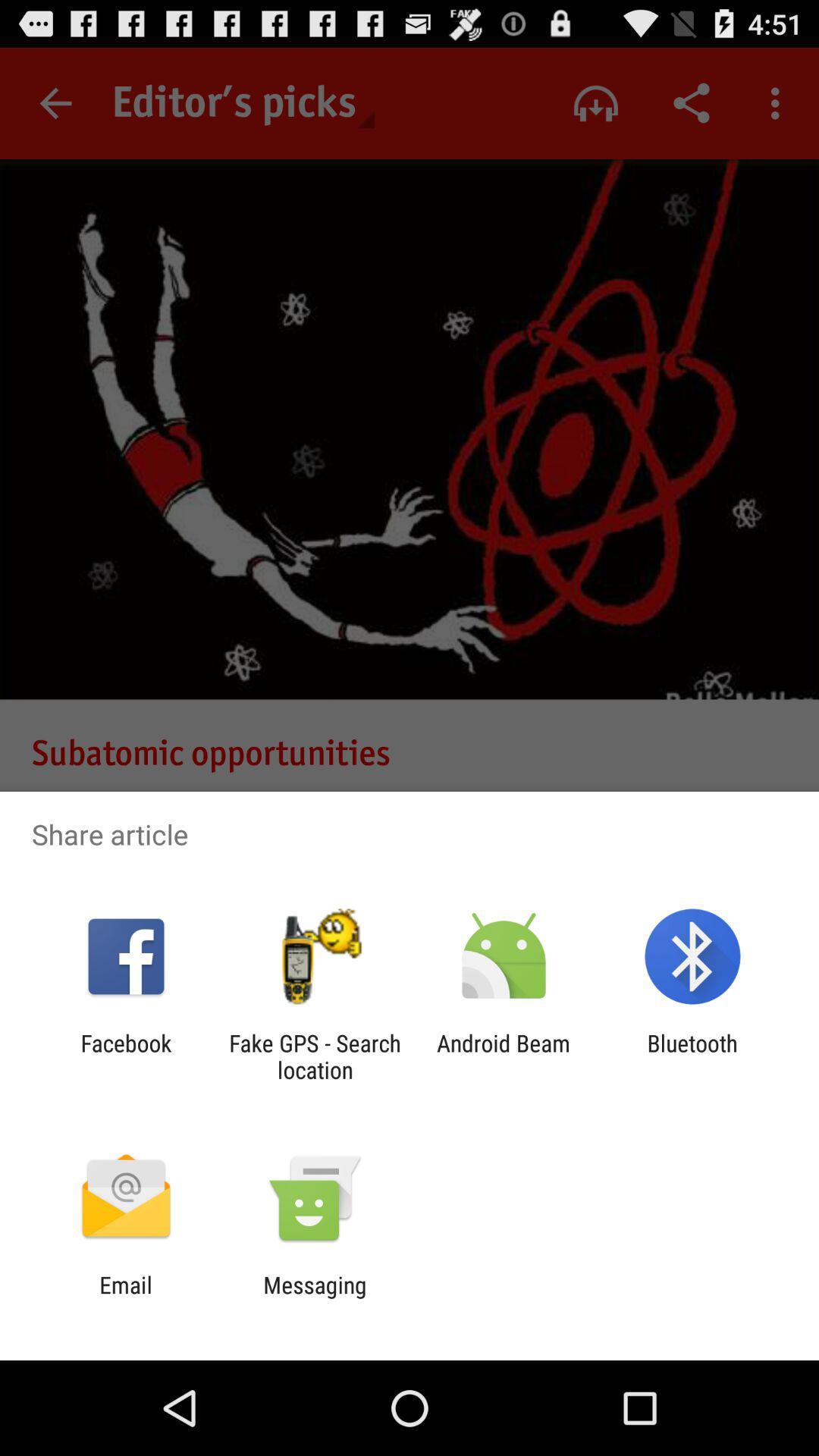 This screenshot has height=1456, width=819. What do you see at coordinates (125, 1056) in the screenshot?
I see `the app next to the fake gps search` at bounding box center [125, 1056].